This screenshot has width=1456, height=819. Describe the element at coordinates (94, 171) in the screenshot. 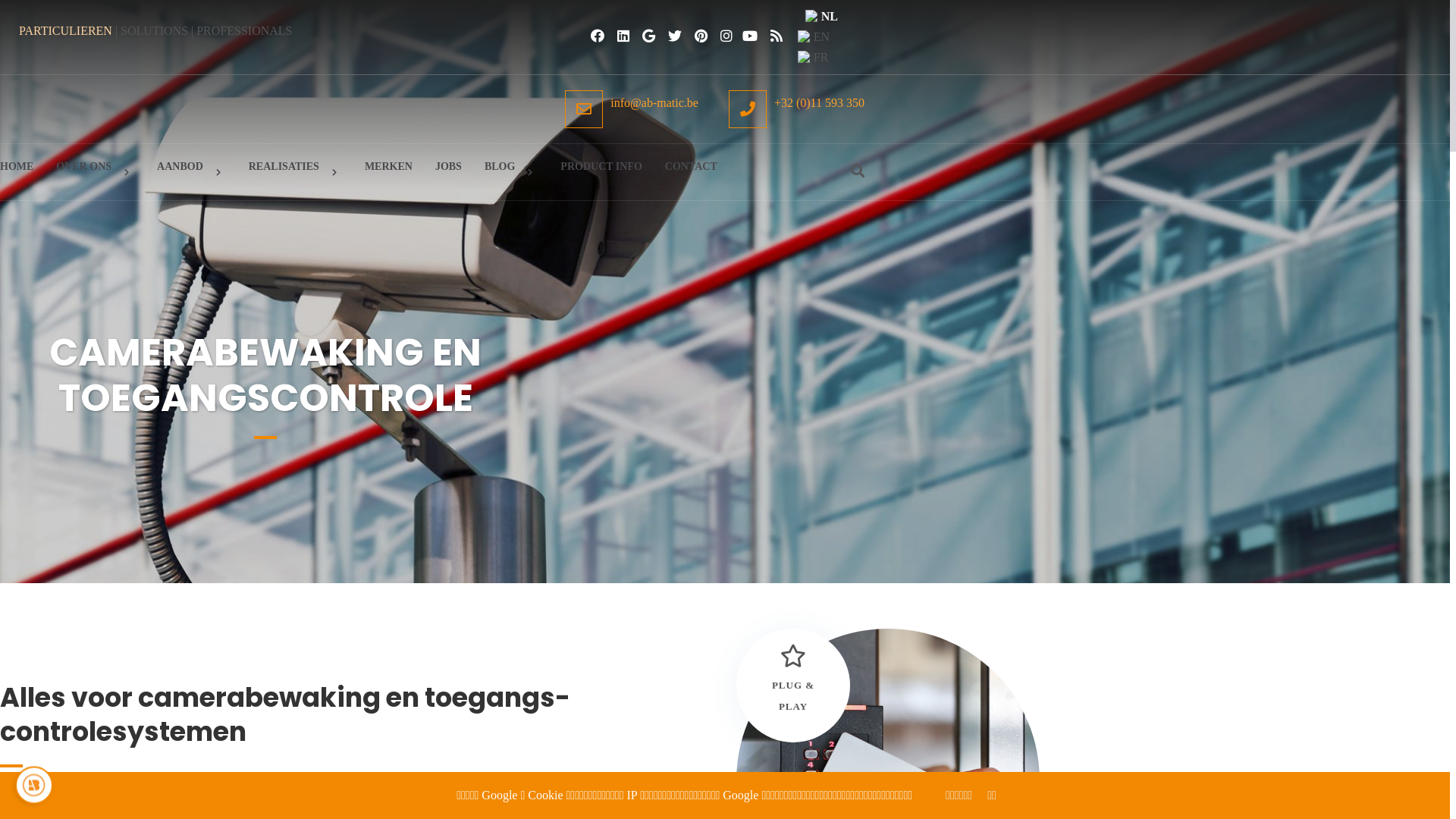

I see `'OVER ONS'` at that location.